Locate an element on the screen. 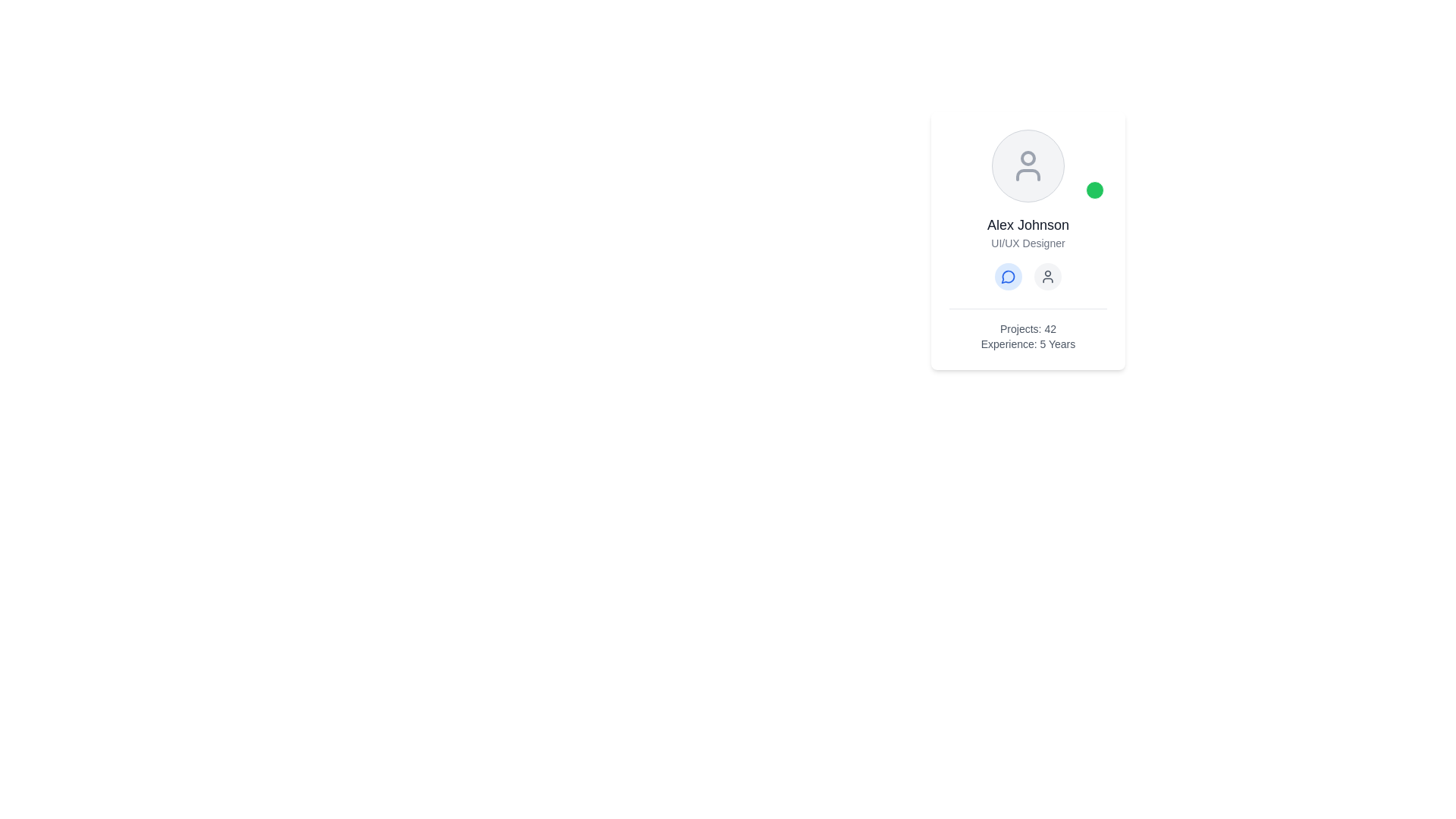  the text display component that identifies the user by displaying their name and occupation, located beneath the user profile icon and above the user stats section is located at coordinates (1028, 251).